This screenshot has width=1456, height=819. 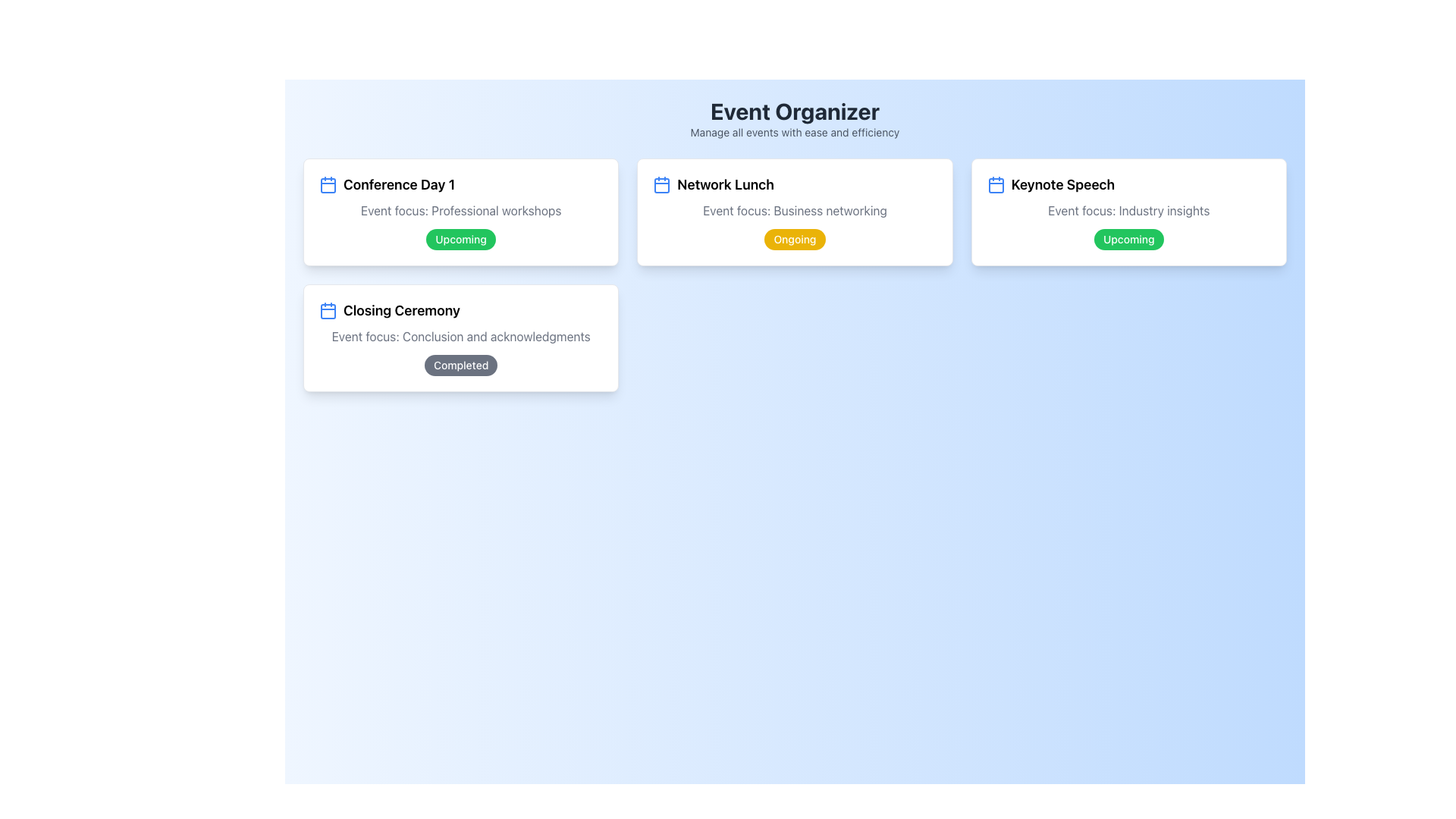 What do you see at coordinates (794, 210) in the screenshot?
I see `the text label that reads 'Event focus: Business networking' located within the 'Network Lunch' event card` at bounding box center [794, 210].